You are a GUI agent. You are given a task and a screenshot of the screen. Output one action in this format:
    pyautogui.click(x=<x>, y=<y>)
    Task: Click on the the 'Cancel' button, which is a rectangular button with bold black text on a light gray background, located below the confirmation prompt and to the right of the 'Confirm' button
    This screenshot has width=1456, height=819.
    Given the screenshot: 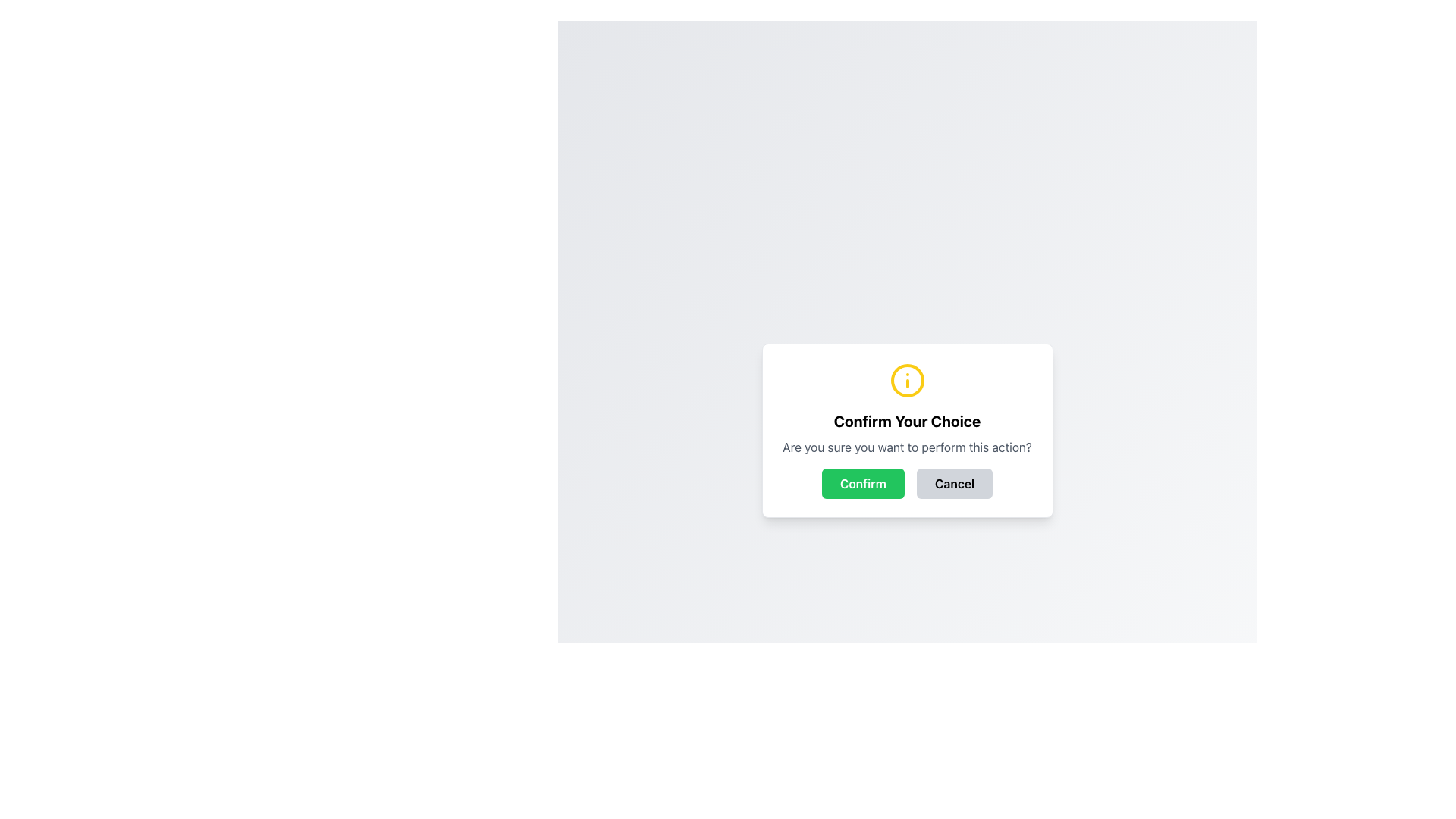 What is the action you would take?
    pyautogui.click(x=954, y=483)
    